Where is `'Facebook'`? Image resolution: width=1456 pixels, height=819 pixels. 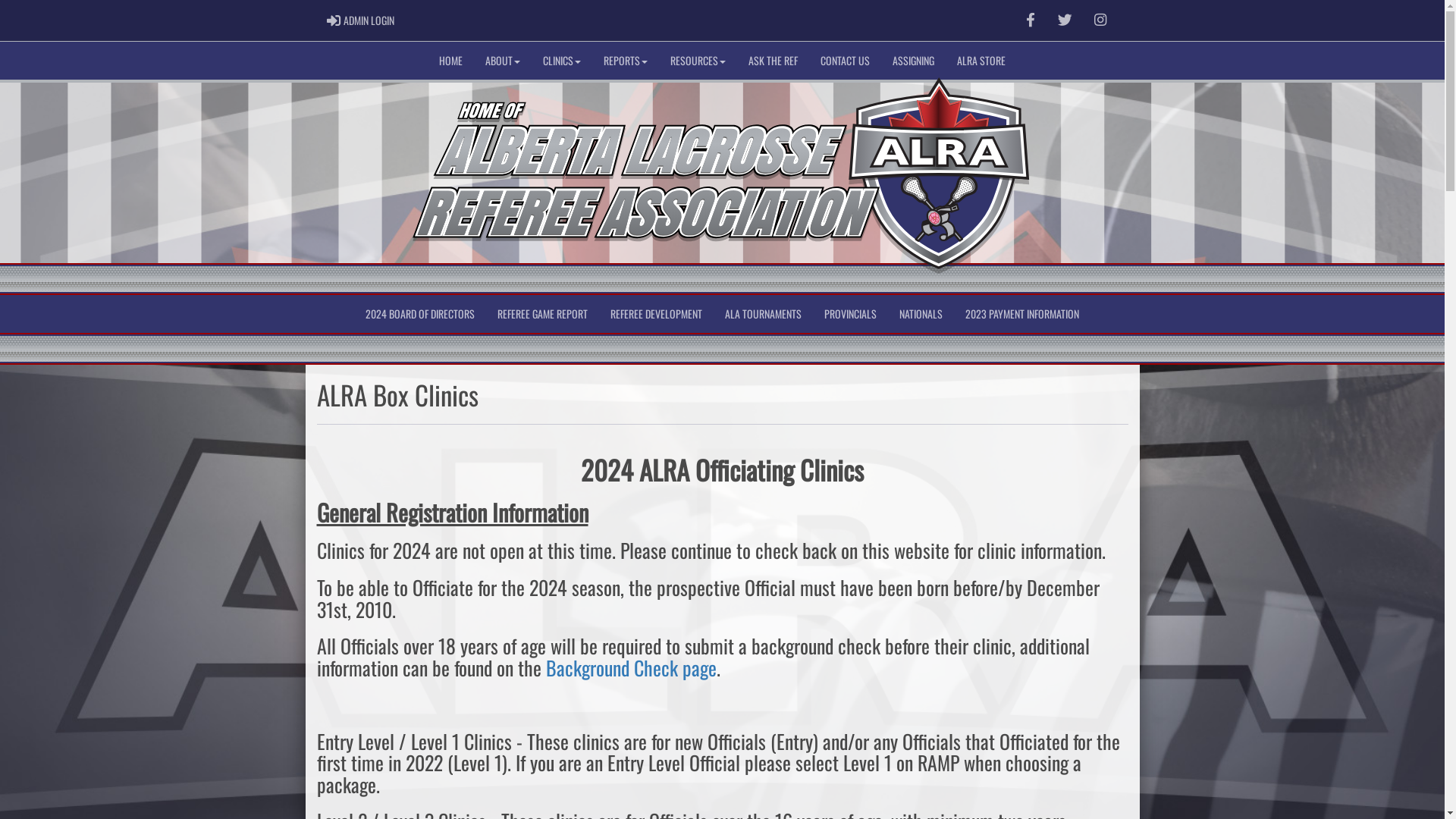
'Facebook' is located at coordinates (1030, 20).